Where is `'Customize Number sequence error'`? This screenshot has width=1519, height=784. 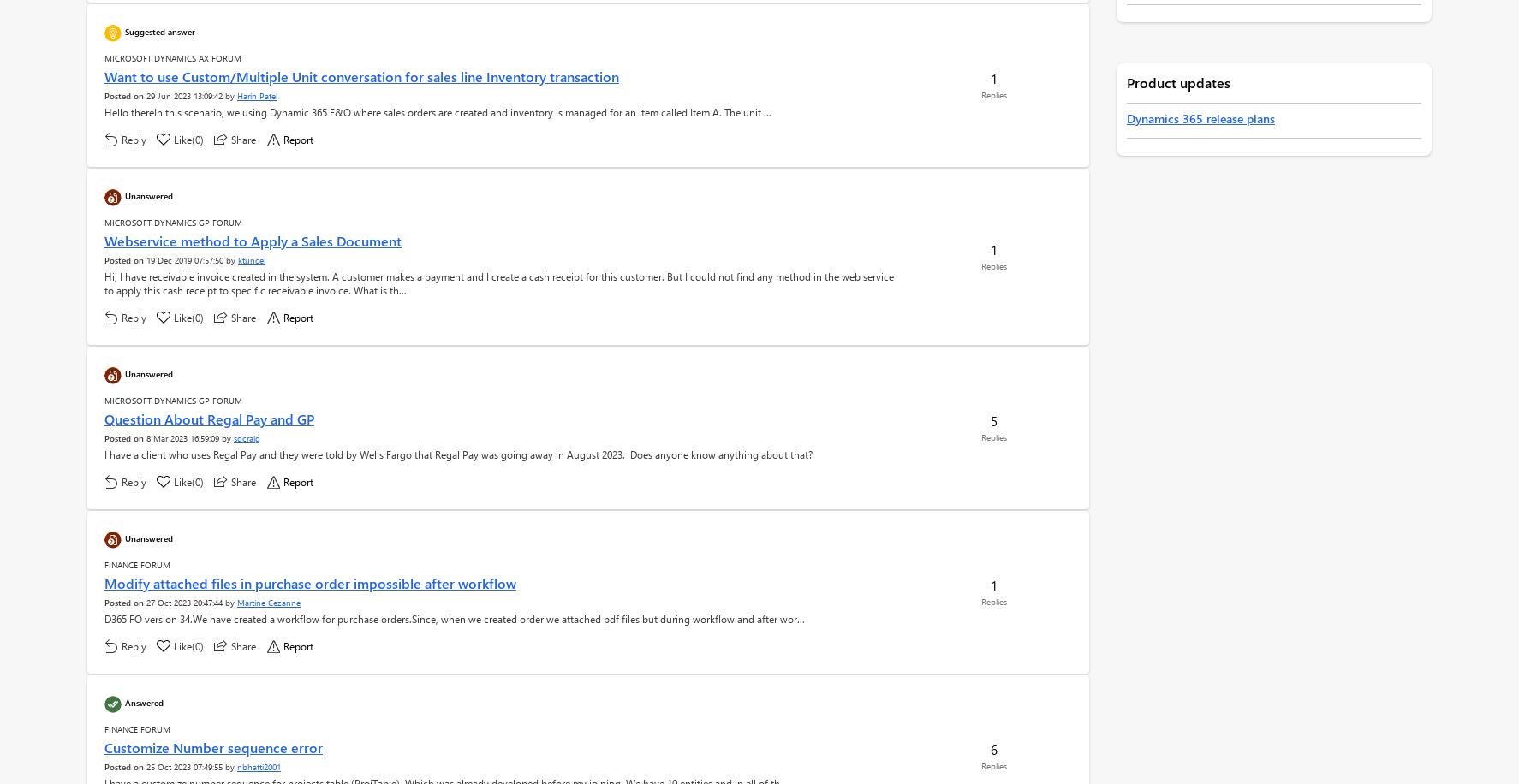
'Customize Number sequence error' is located at coordinates (212, 746).